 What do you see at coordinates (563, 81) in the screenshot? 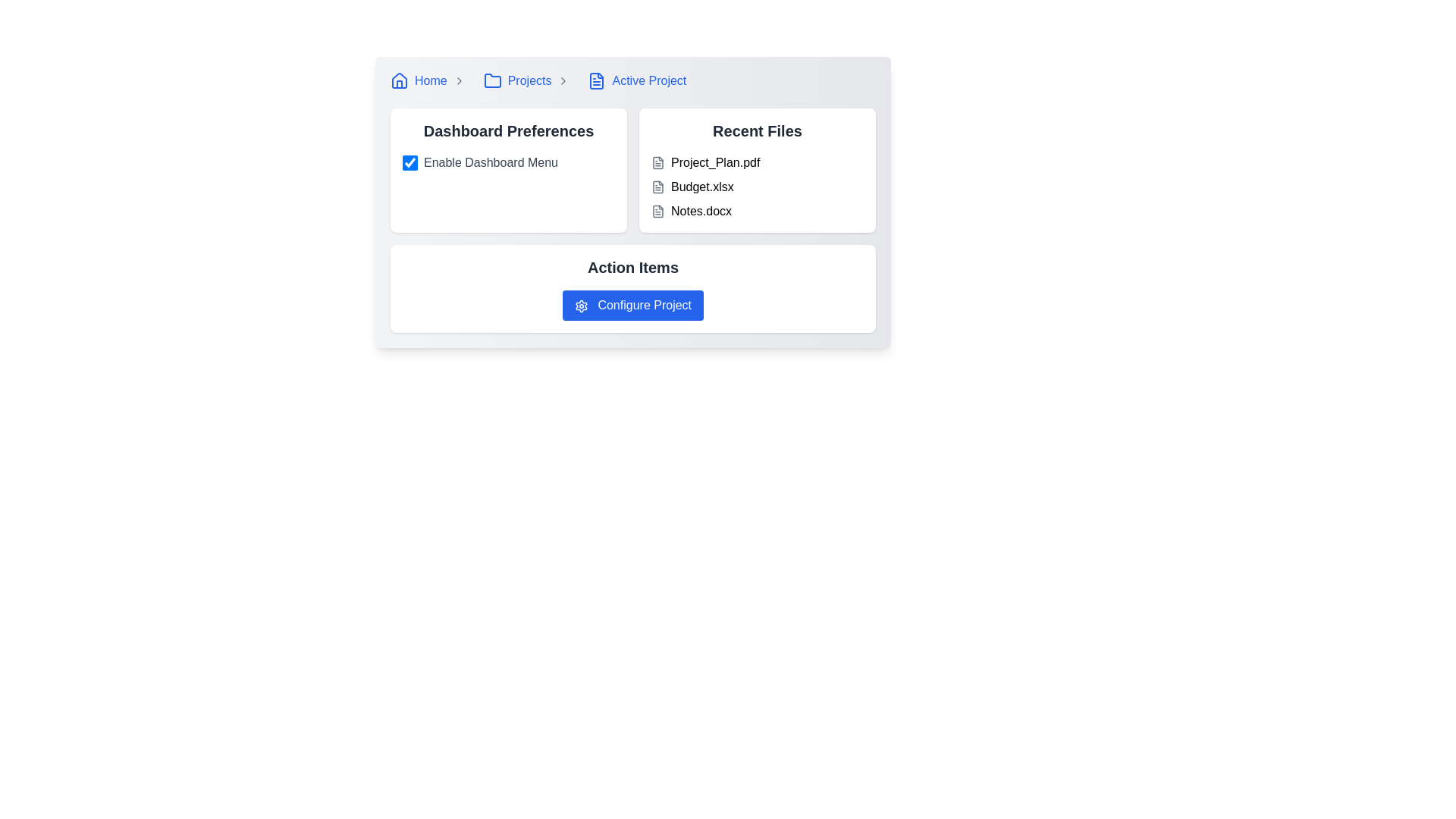
I see `the chevron icon that separates the 'Projects' and 'Active Project' links in the breadcrumb navigation` at bounding box center [563, 81].